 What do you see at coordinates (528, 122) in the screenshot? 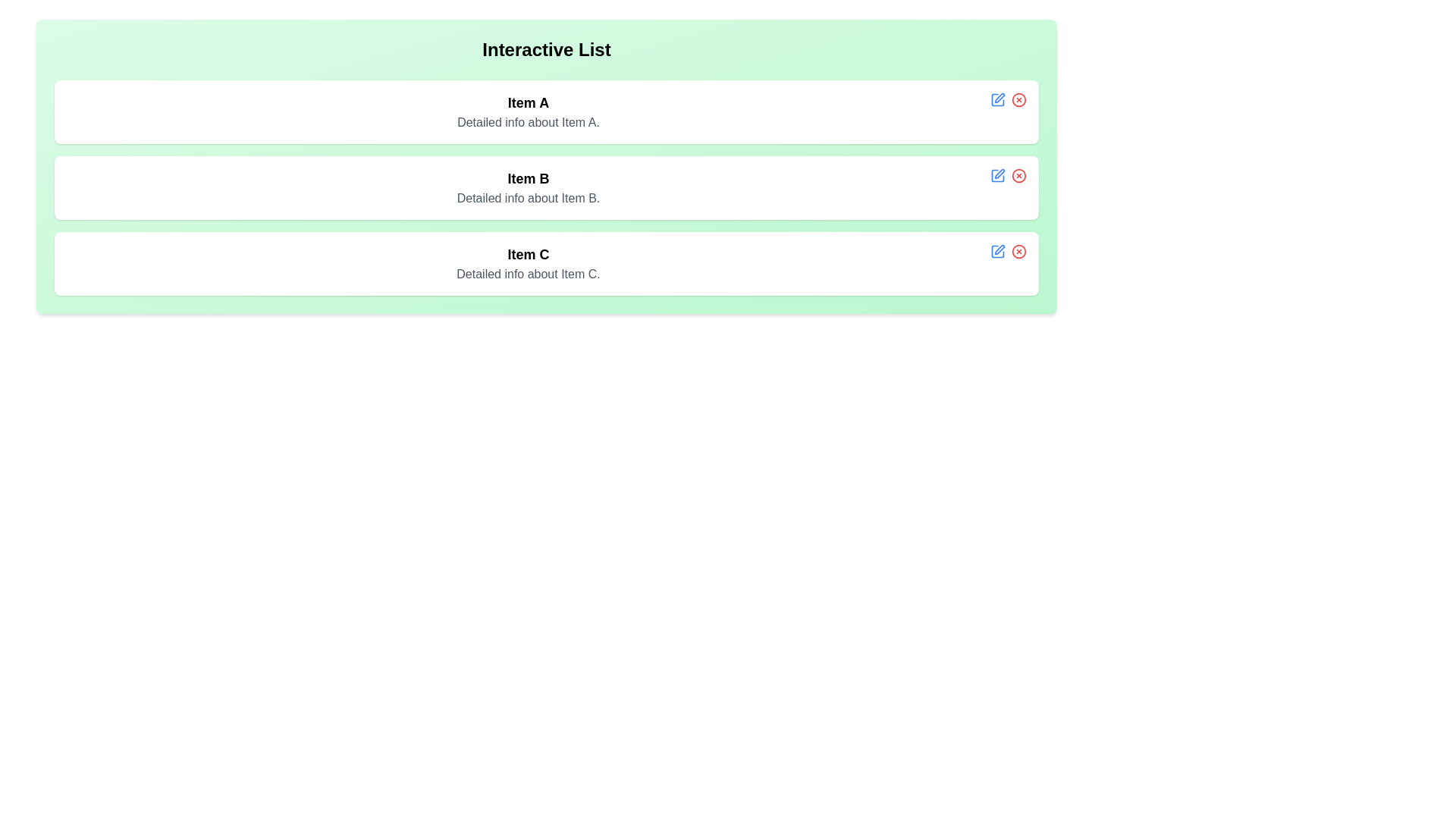
I see `text element that contains 'Detailed info about Item A.', styled in gray color, located below 'Item A' in the 'Interactive List'` at bounding box center [528, 122].